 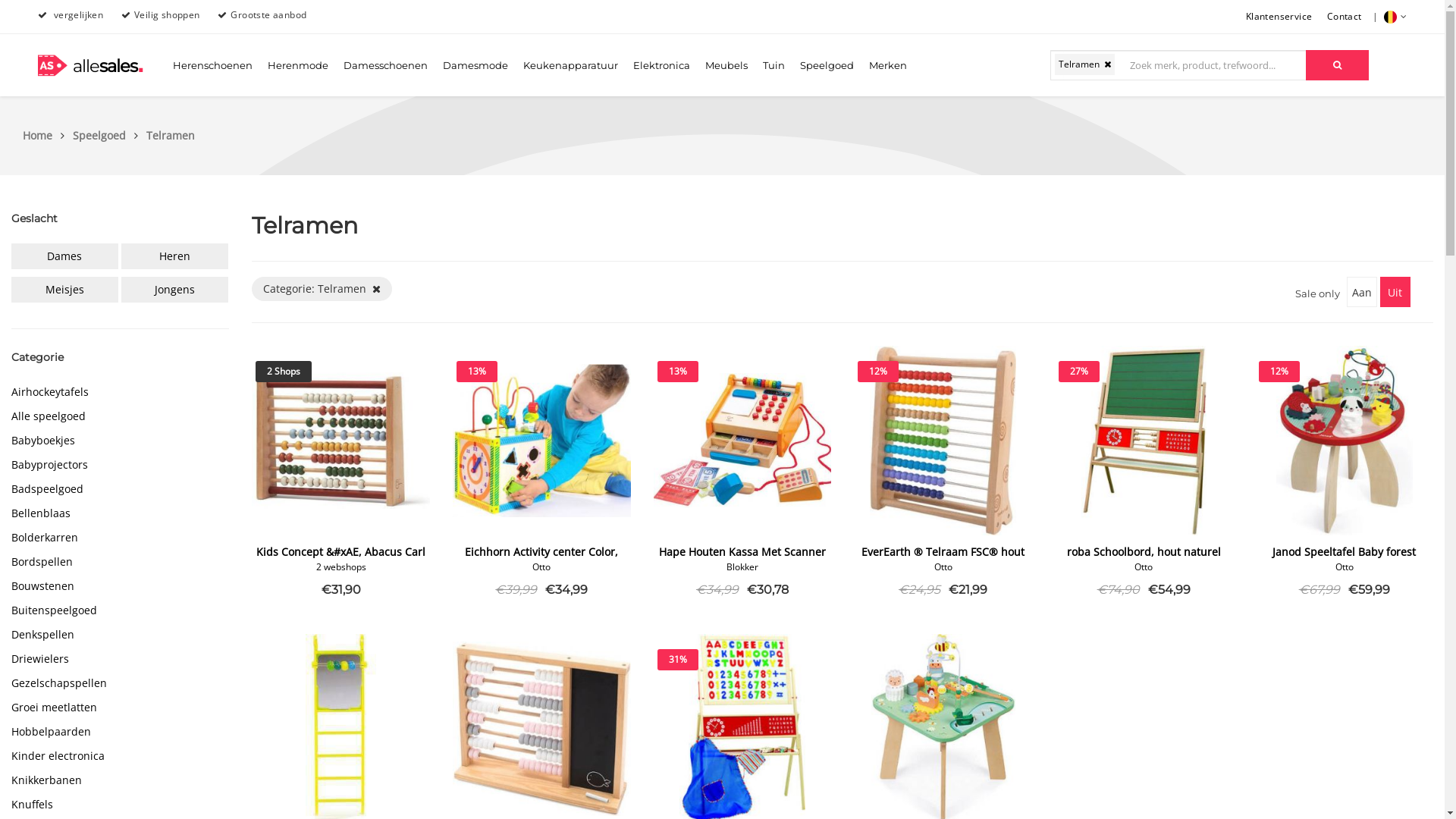 What do you see at coordinates (773, 64) in the screenshot?
I see `'Tuin'` at bounding box center [773, 64].